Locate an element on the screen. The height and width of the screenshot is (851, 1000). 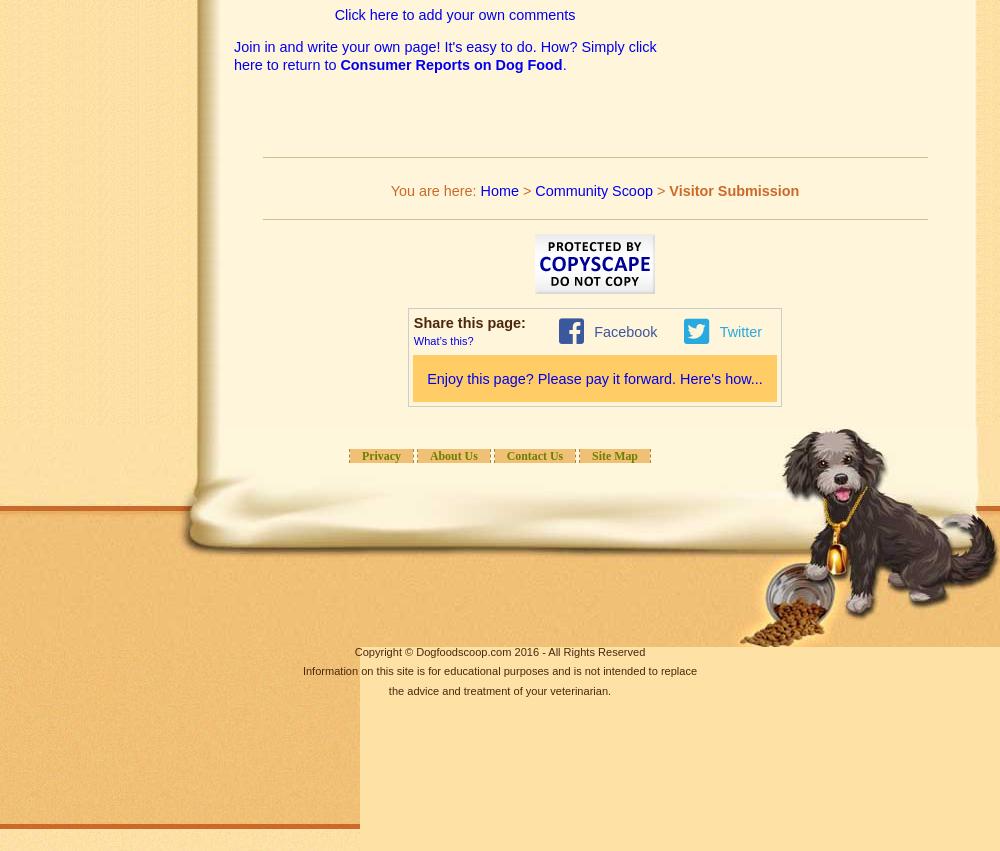
'Share this page:' is located at coordinates (470, 322).